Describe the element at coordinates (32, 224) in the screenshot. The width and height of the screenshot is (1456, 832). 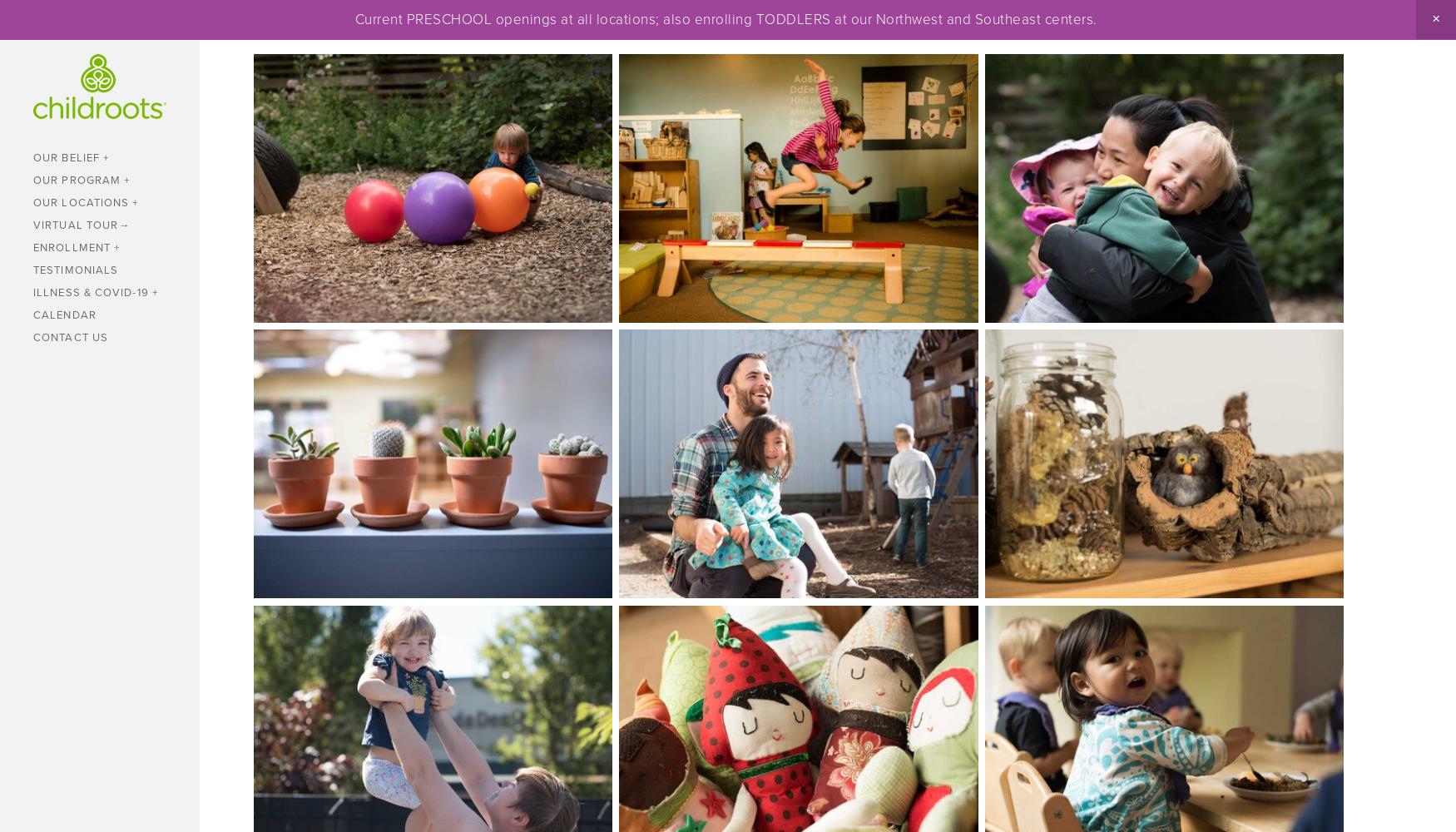
I see `'Virtual Tour'` at that location.